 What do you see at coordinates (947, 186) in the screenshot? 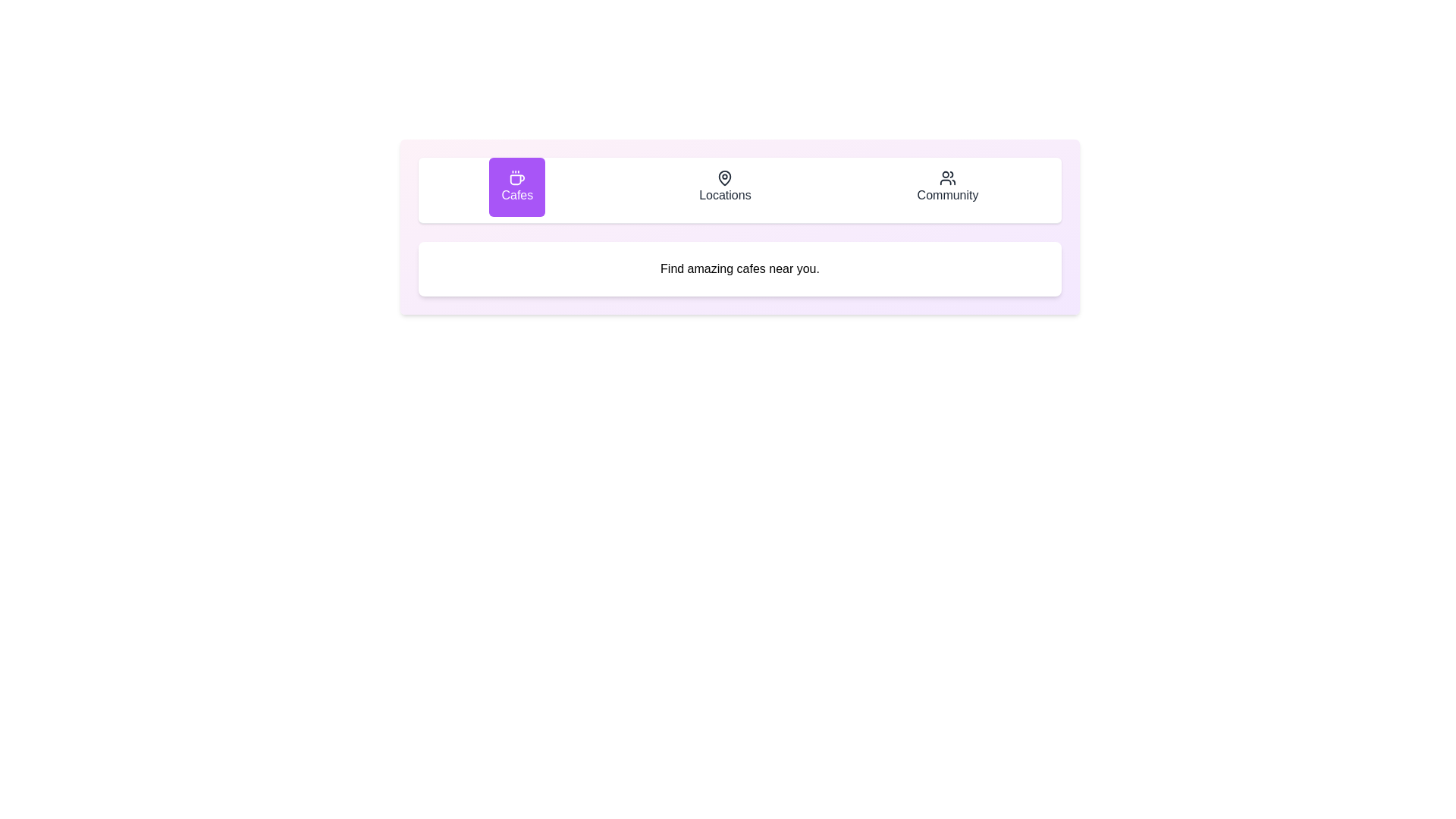
I see `the community navigation button located in the third position of the horizontal menu to trigger a visual response` at bounding box center [947, 186].